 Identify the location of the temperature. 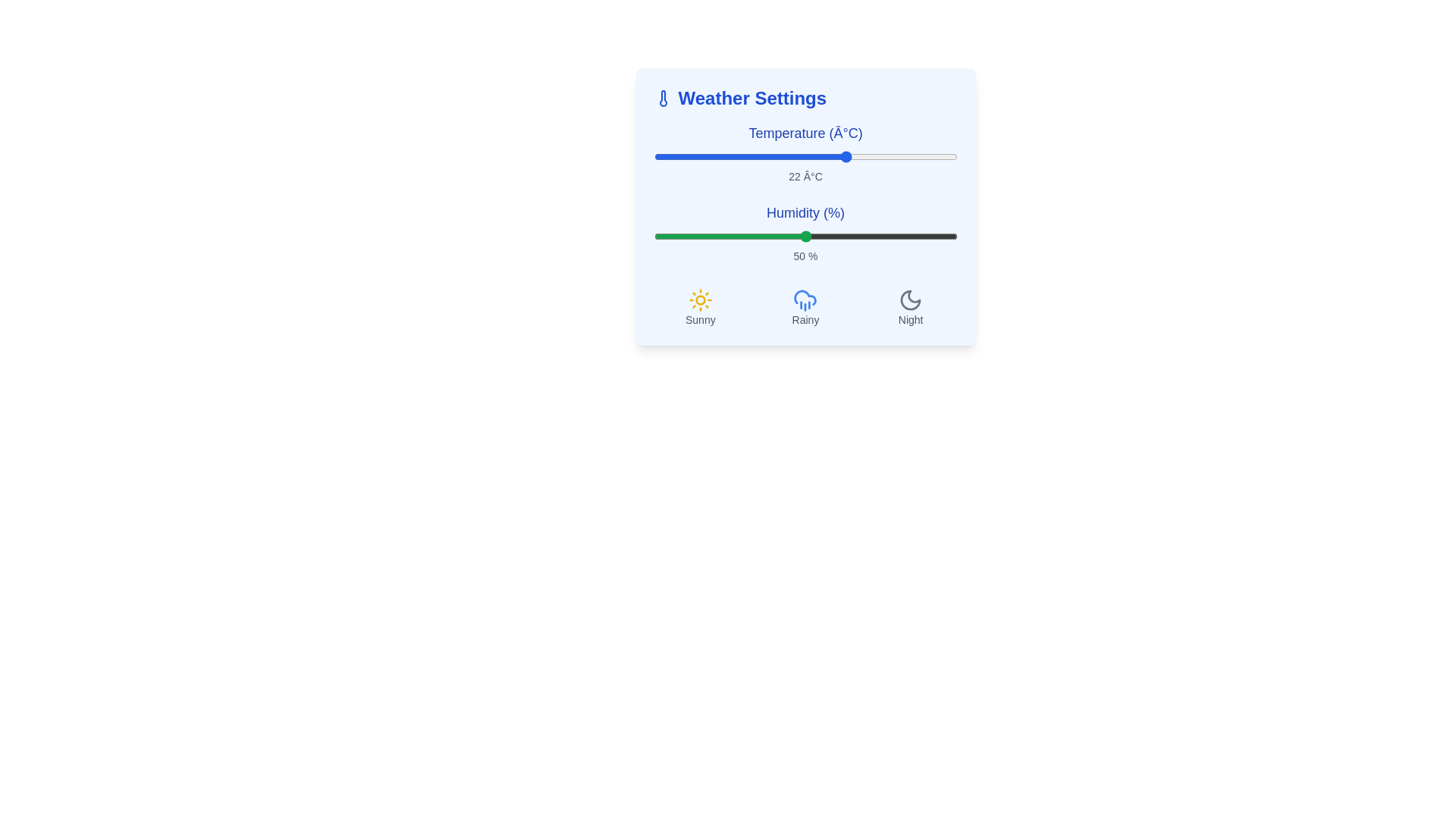
(726, 157).